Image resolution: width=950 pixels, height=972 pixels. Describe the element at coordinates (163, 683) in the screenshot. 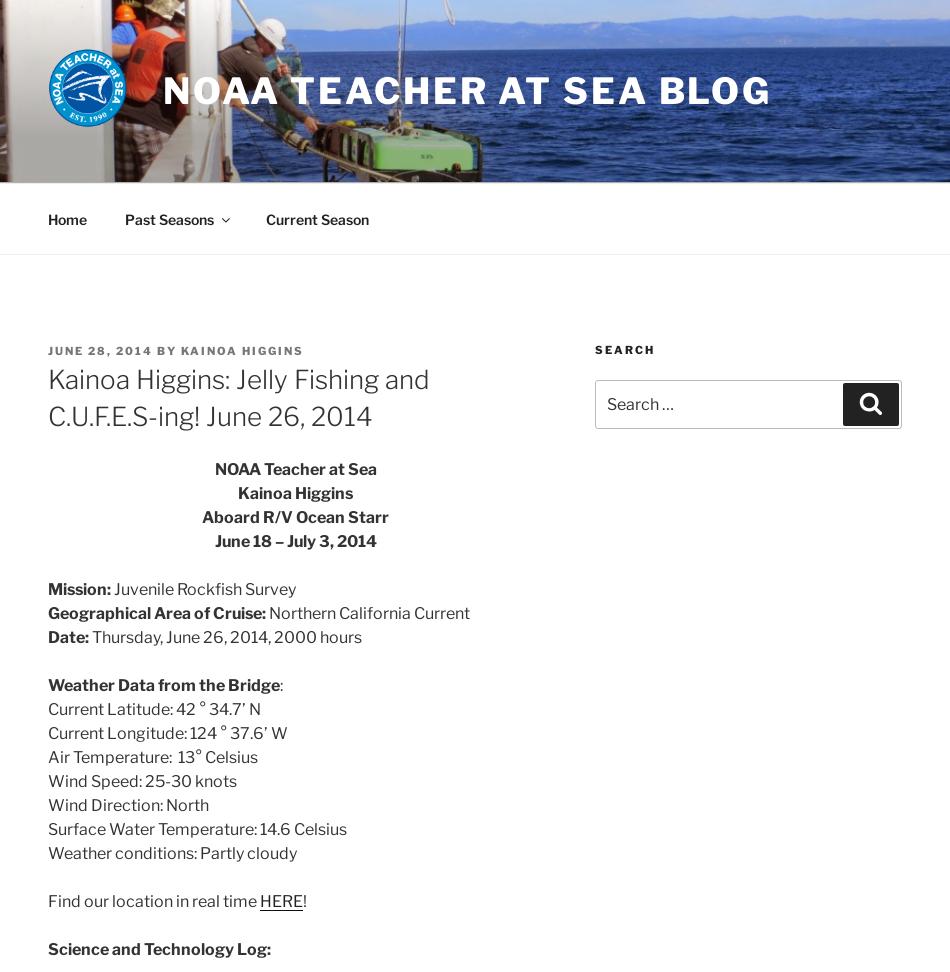

I see `'Weather Data from the Bridge'` at that location.